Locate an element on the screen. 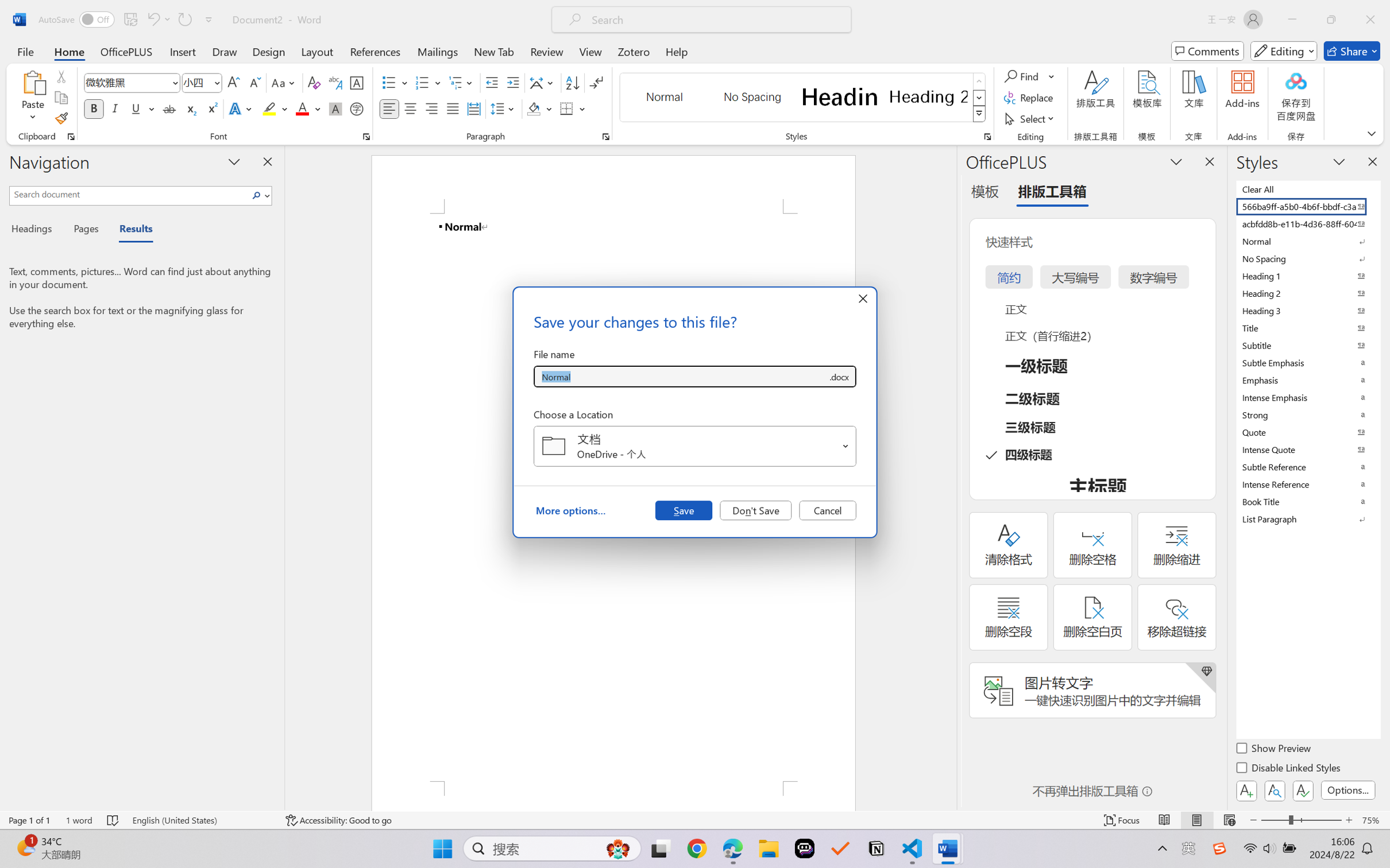 The height and width of the screenshot is (868, 1390). 'Office Clipboard...' is located at coordinates (70, 136).